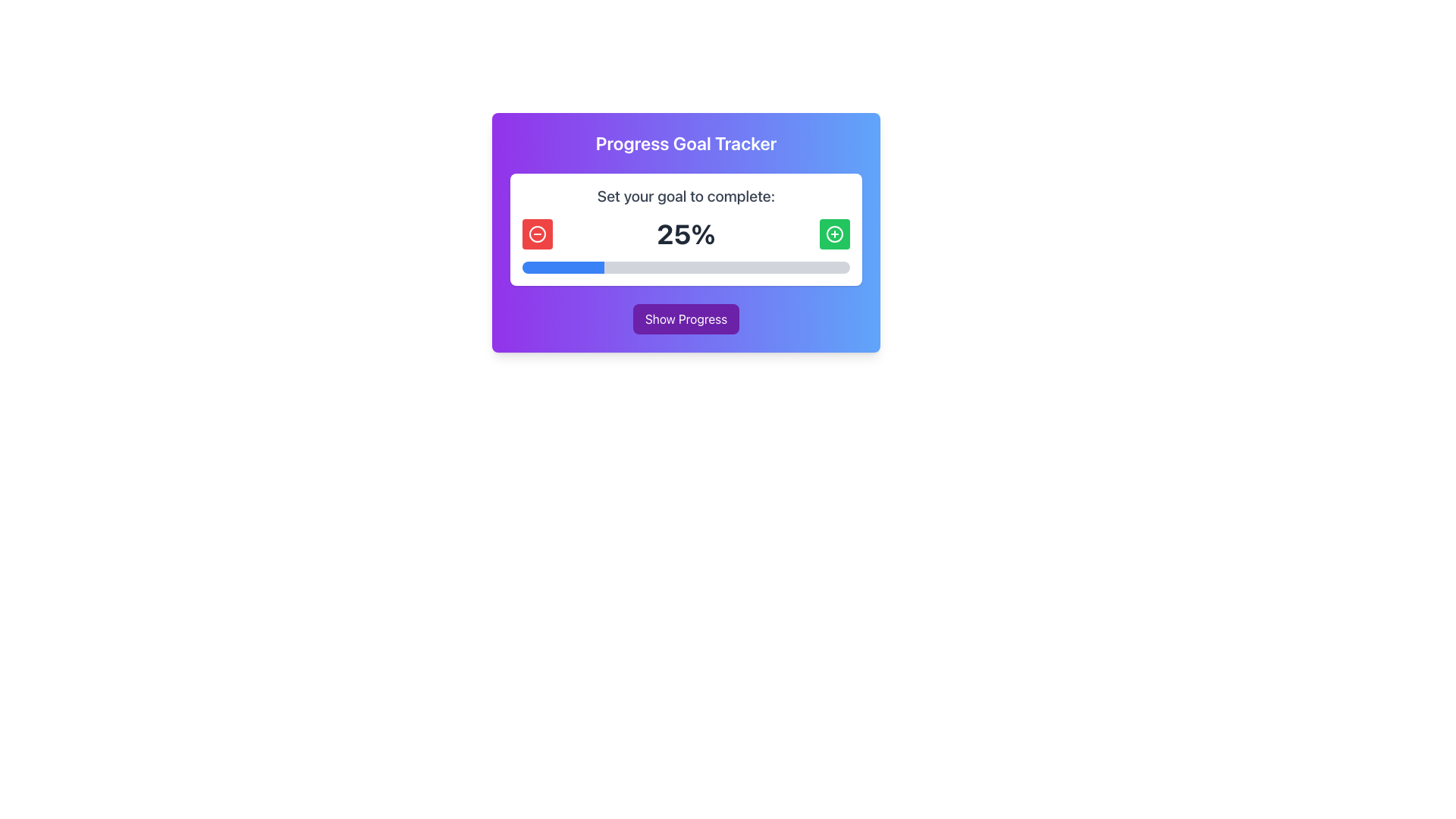  What do you see at coordinates (833, 234) in the screenshot?
I see `the button located to the far right of the progress percentage display ('25%') to increment the progress` at bounding box center [833, 234].